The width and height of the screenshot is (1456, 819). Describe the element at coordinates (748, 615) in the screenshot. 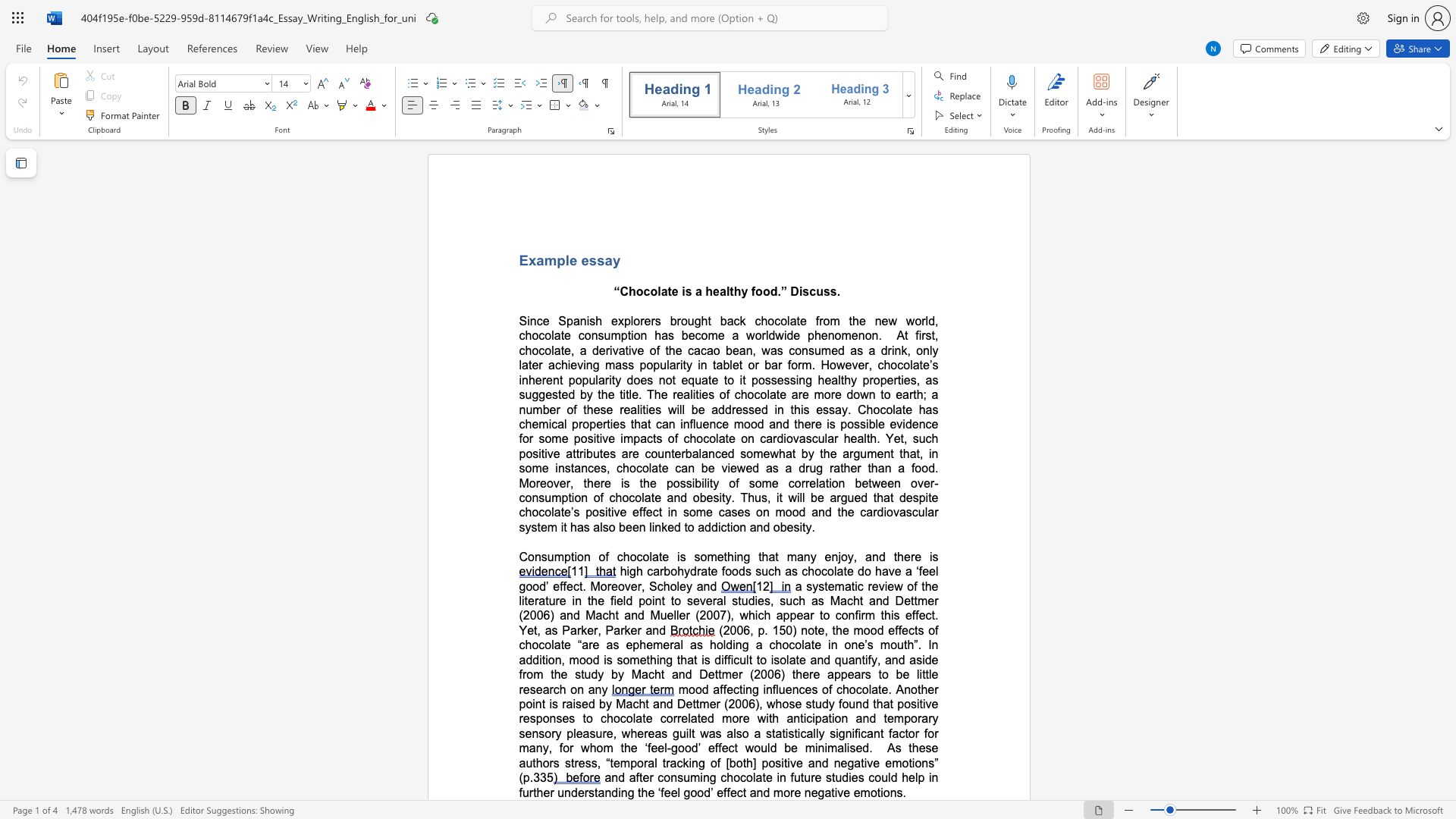

I see `the subset text "hic" within the text "a systematic review of the literature in the field point to several studies, such as Macht and Dettmer (2006) and Macht and Mueller (2007), which"` at that location.